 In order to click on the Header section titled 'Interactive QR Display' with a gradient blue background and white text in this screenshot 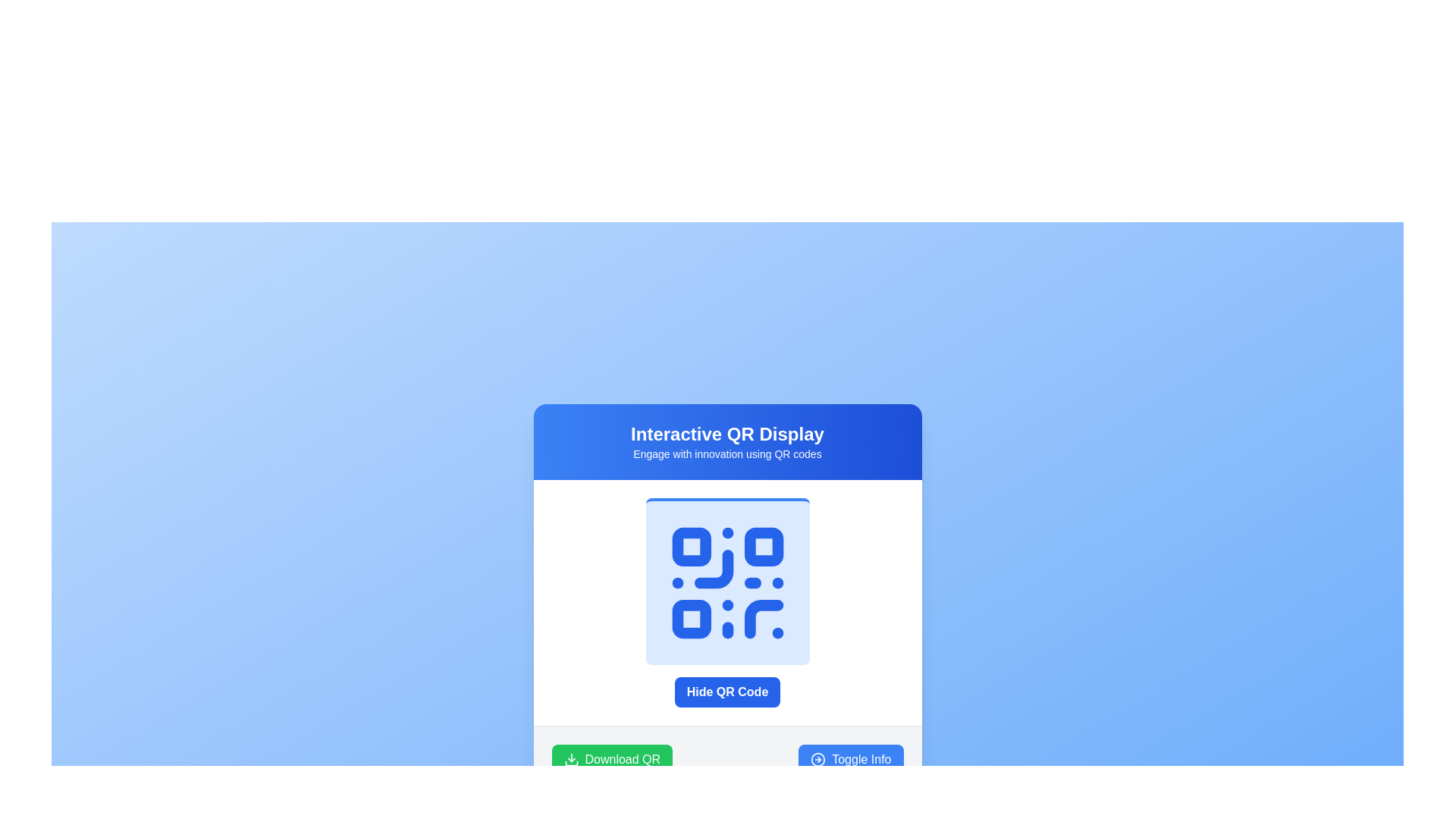, I will do `click(726, 441)`.